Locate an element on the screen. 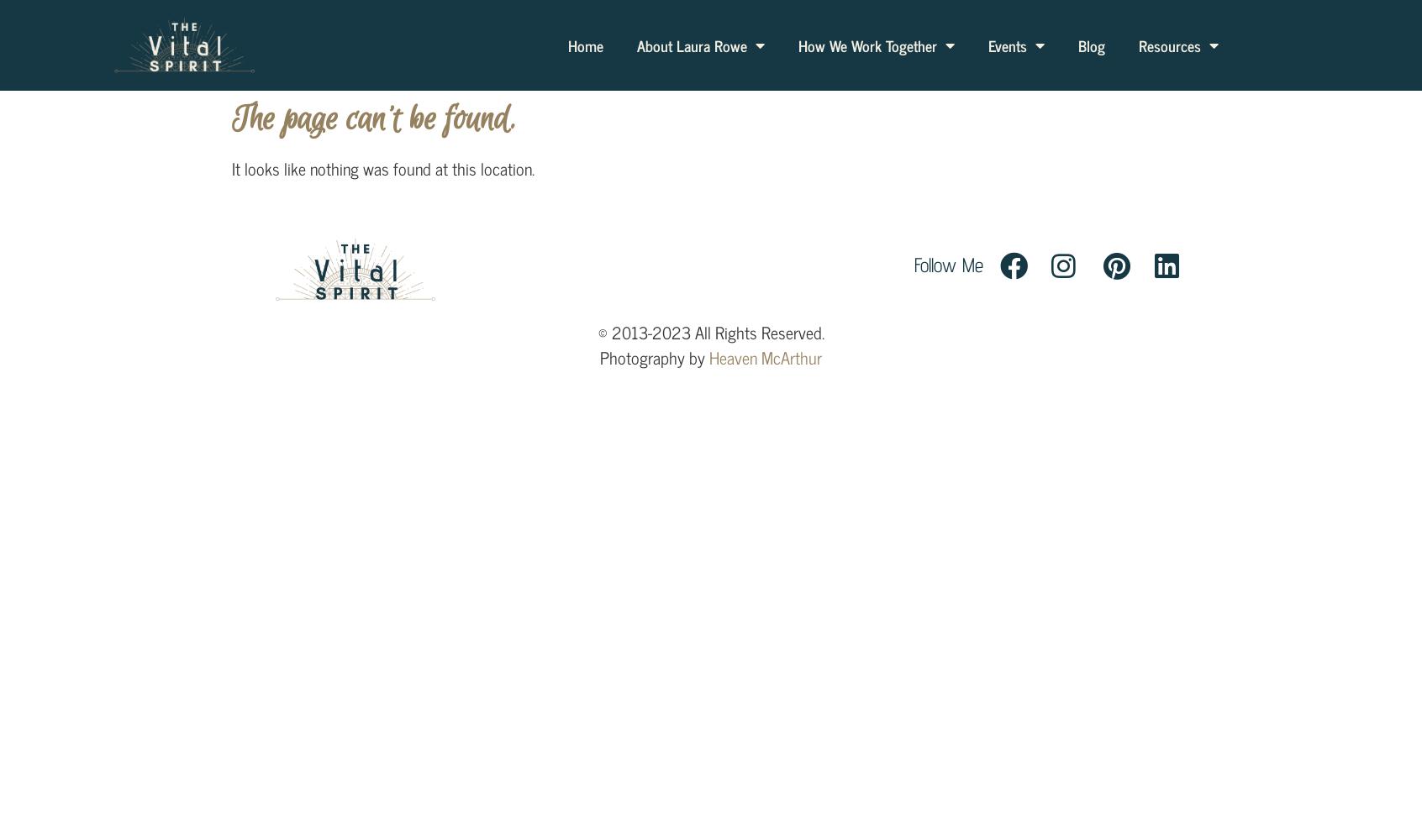 This screenshot has width=1422, height=840. '© 2013-2023 All Rights Reserved.' is located at coordinates (710, 332).